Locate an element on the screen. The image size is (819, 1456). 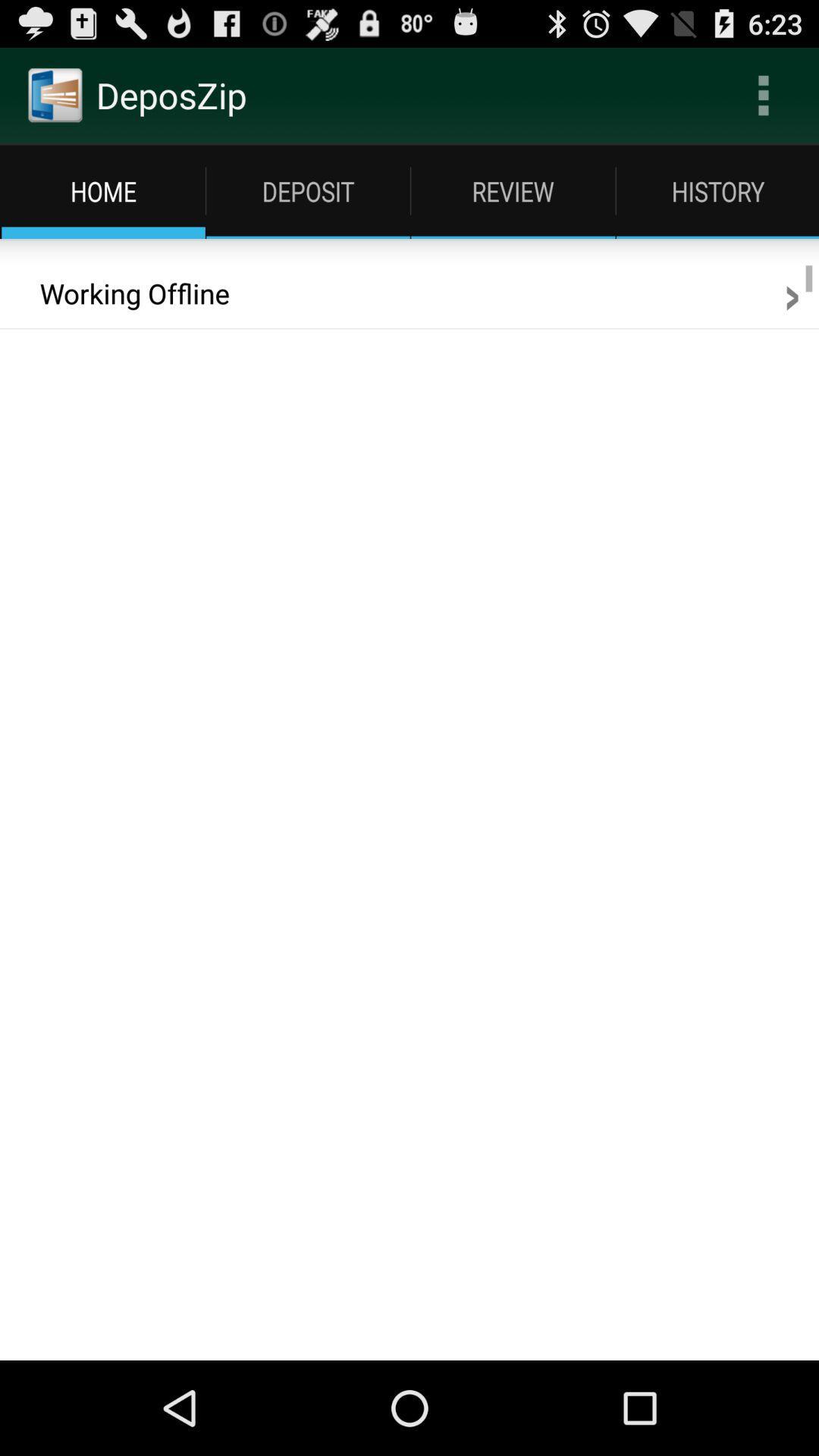
item to the left of the > icon is located at coordinates (124, 293).